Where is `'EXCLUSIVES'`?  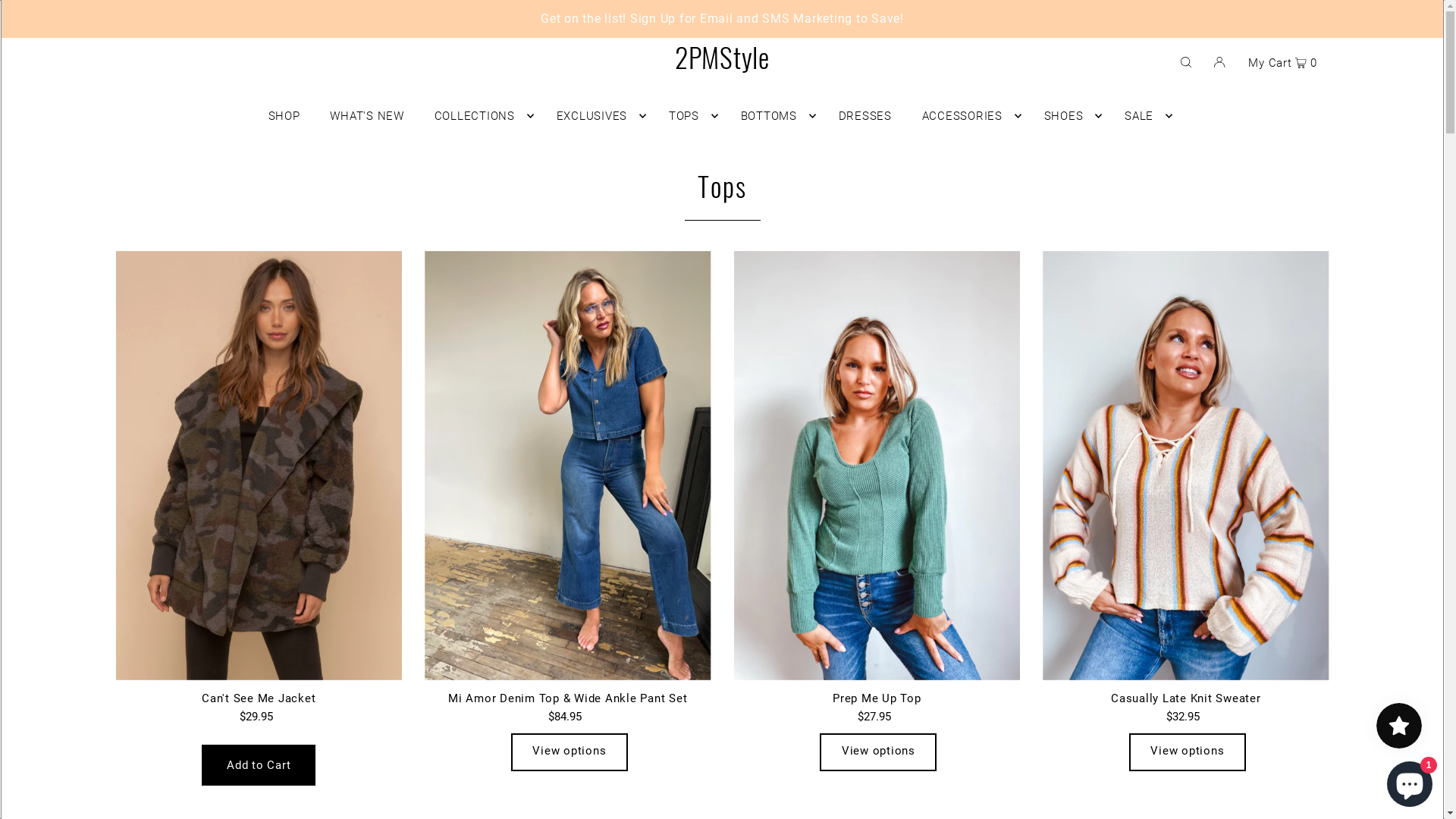 'EXCLUSIVES' is located at coordinates (548, 115).